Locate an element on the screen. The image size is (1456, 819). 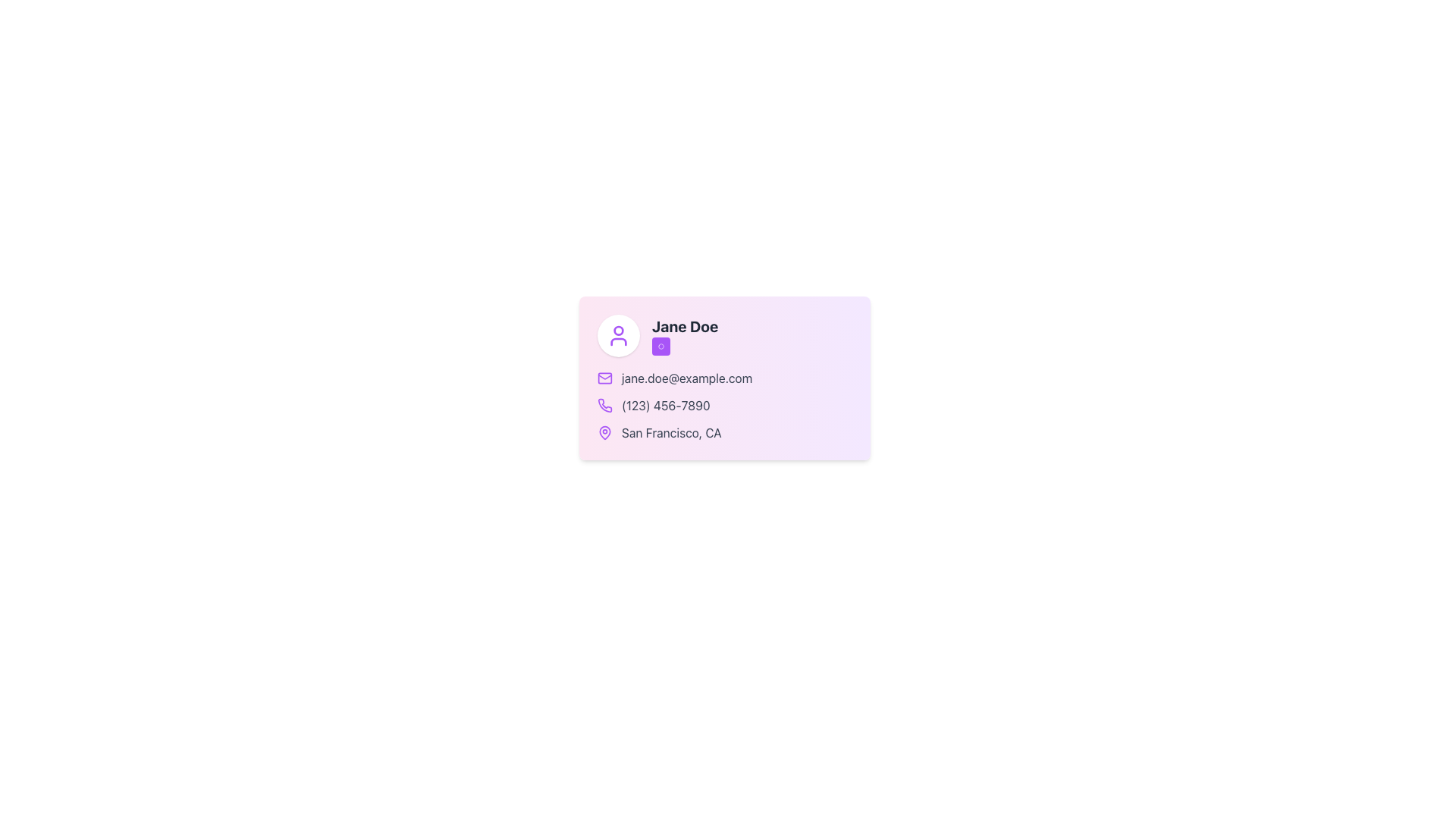
the envelope icon representing the email address 'jane.doe@example.com', which is styled in purple with a minimalistic design and positioned to the left of the email text is located at coordinates (604, 377).